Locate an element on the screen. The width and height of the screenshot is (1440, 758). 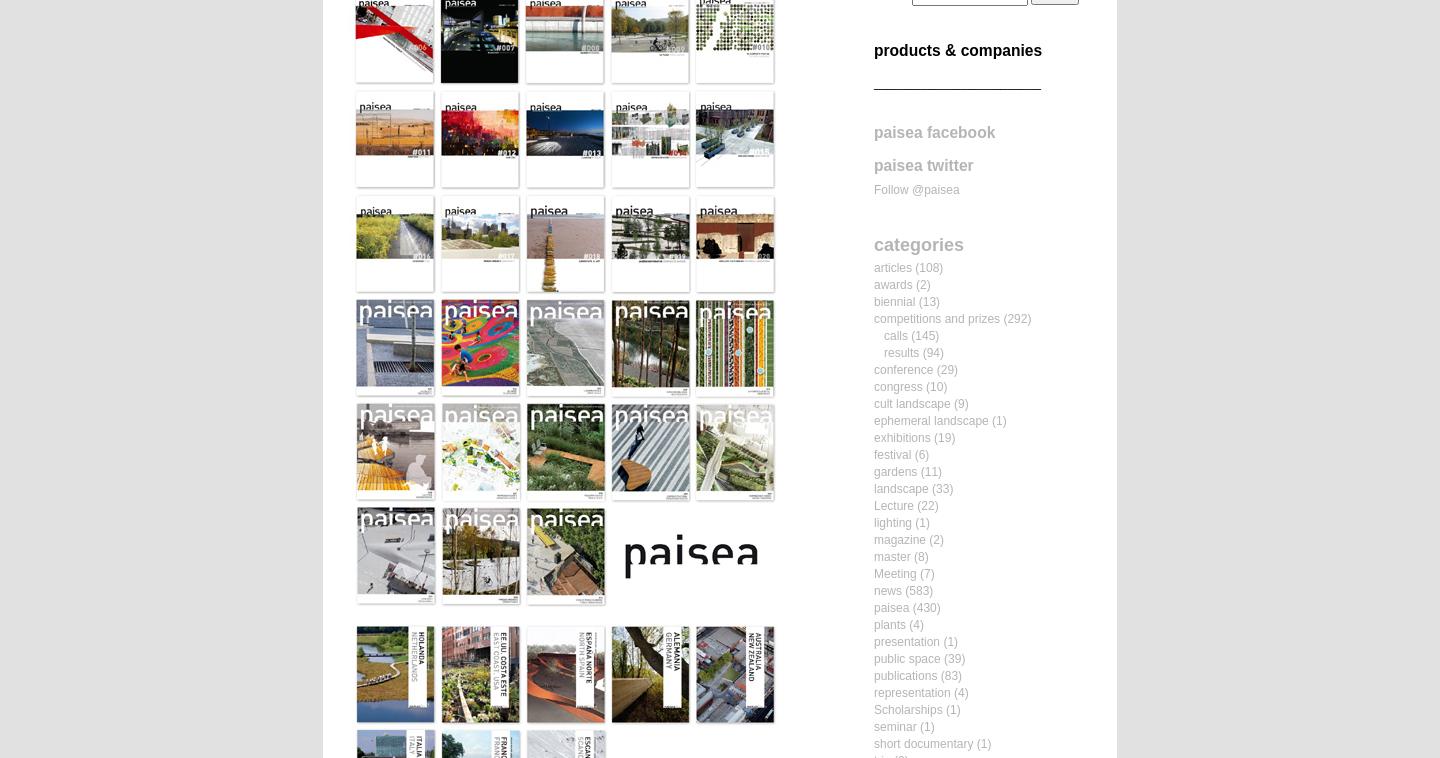
'(83)' is located at coordinates (949, 675).